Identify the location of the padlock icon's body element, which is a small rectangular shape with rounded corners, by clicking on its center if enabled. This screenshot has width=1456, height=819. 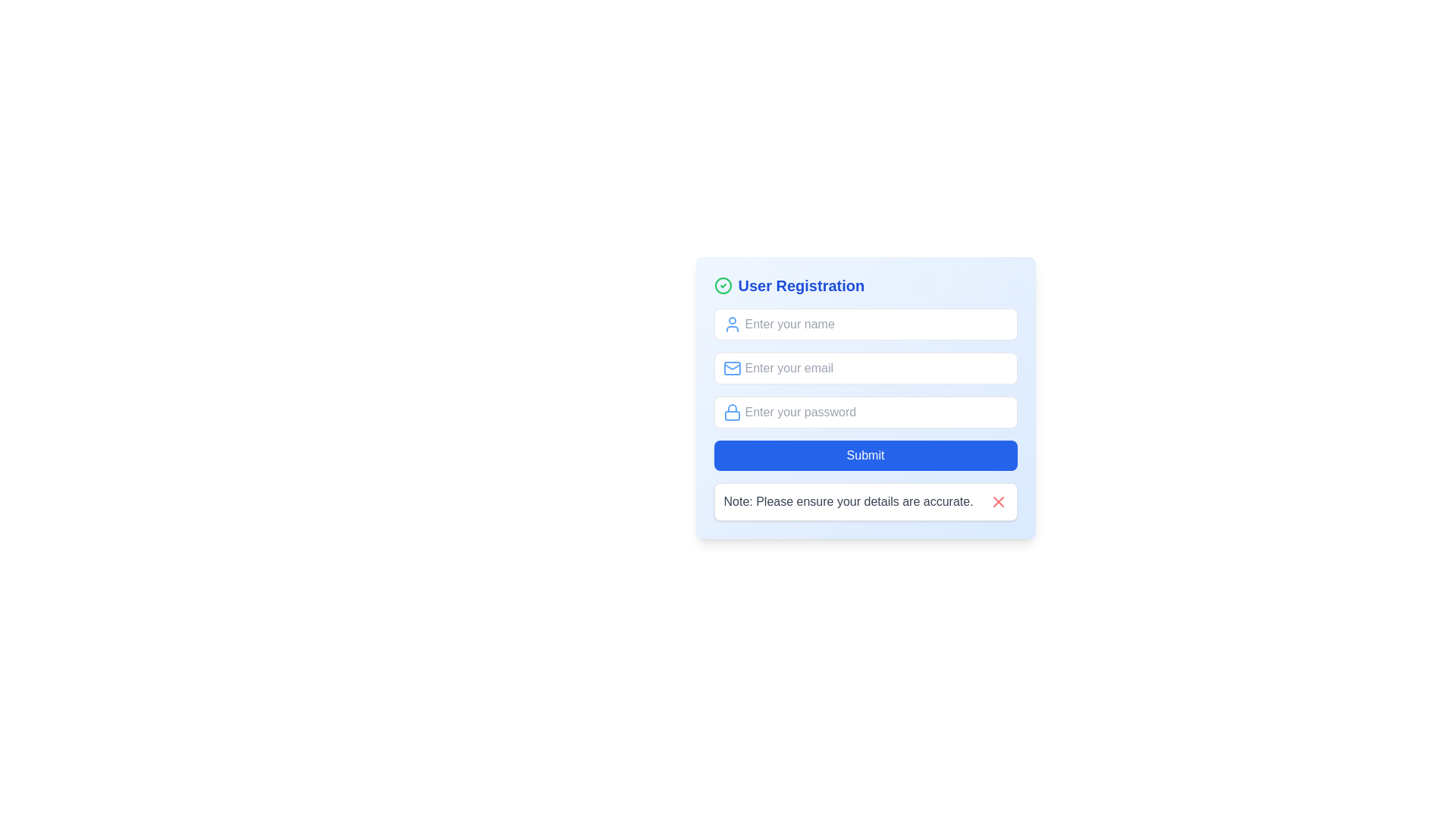
(732, 416).